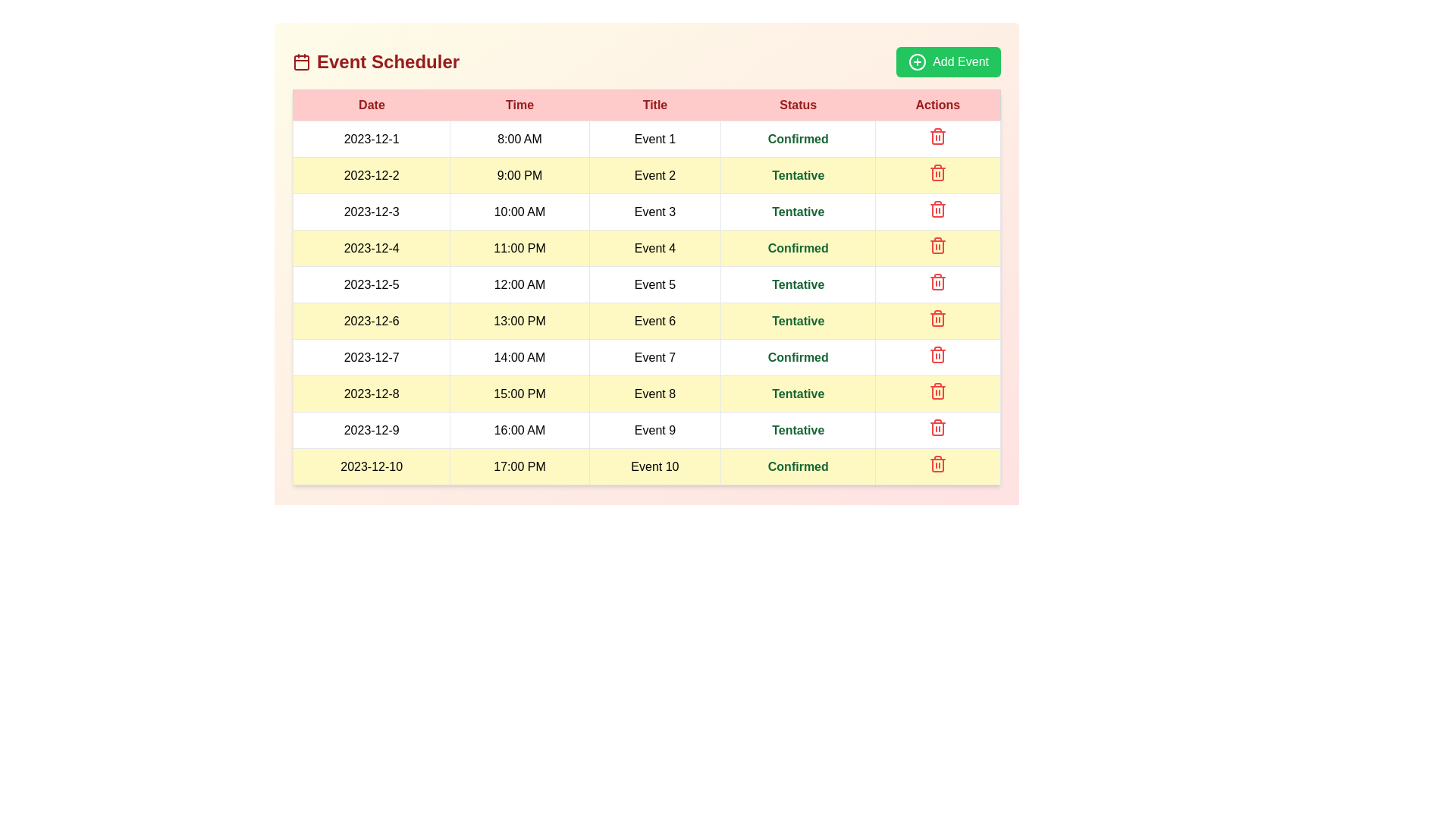 The height and width of the screenshot is (819, 1456). Describe the element at coordinates (948, 61) in the screenshot. I see `'Add Event' button to initiate the process of adding a new event` at that location.